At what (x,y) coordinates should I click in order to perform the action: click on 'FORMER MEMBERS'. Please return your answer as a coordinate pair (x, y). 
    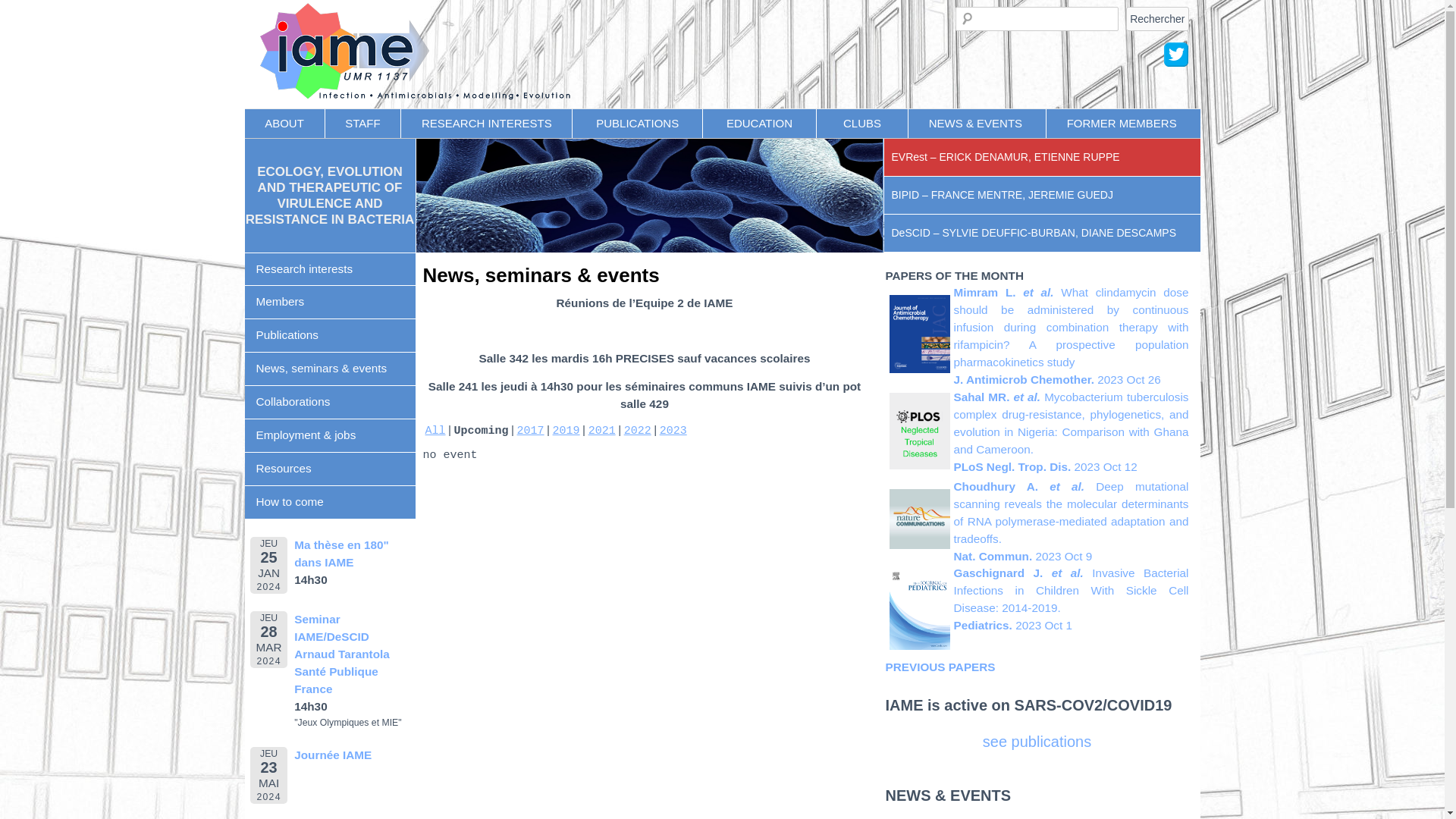
    Looking at the image, I should click on (1121, 122).